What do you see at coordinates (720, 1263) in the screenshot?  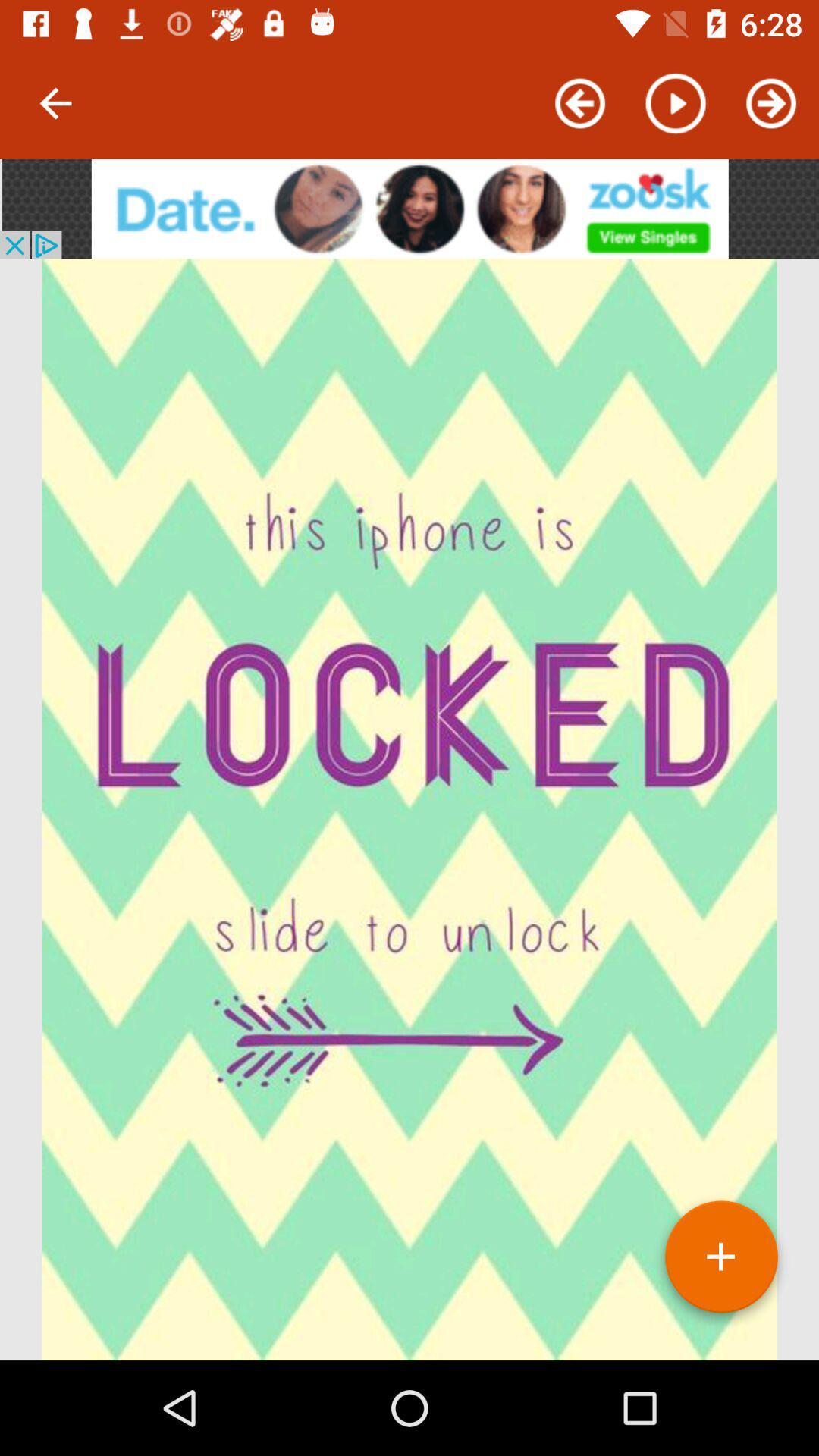 I see `the add icon` at bounding box center [720, 1263].